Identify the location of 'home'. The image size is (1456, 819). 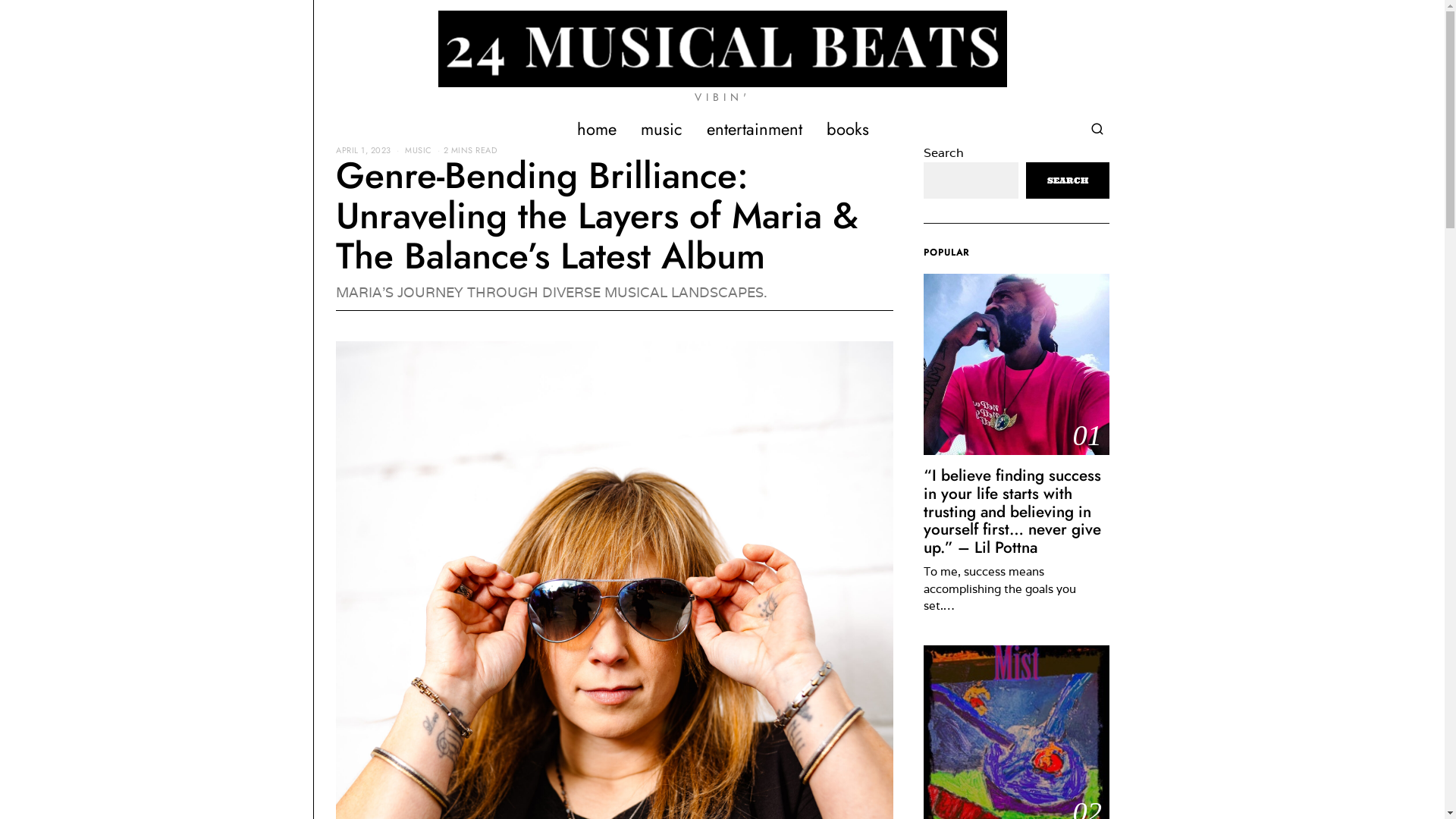
(564, 127).